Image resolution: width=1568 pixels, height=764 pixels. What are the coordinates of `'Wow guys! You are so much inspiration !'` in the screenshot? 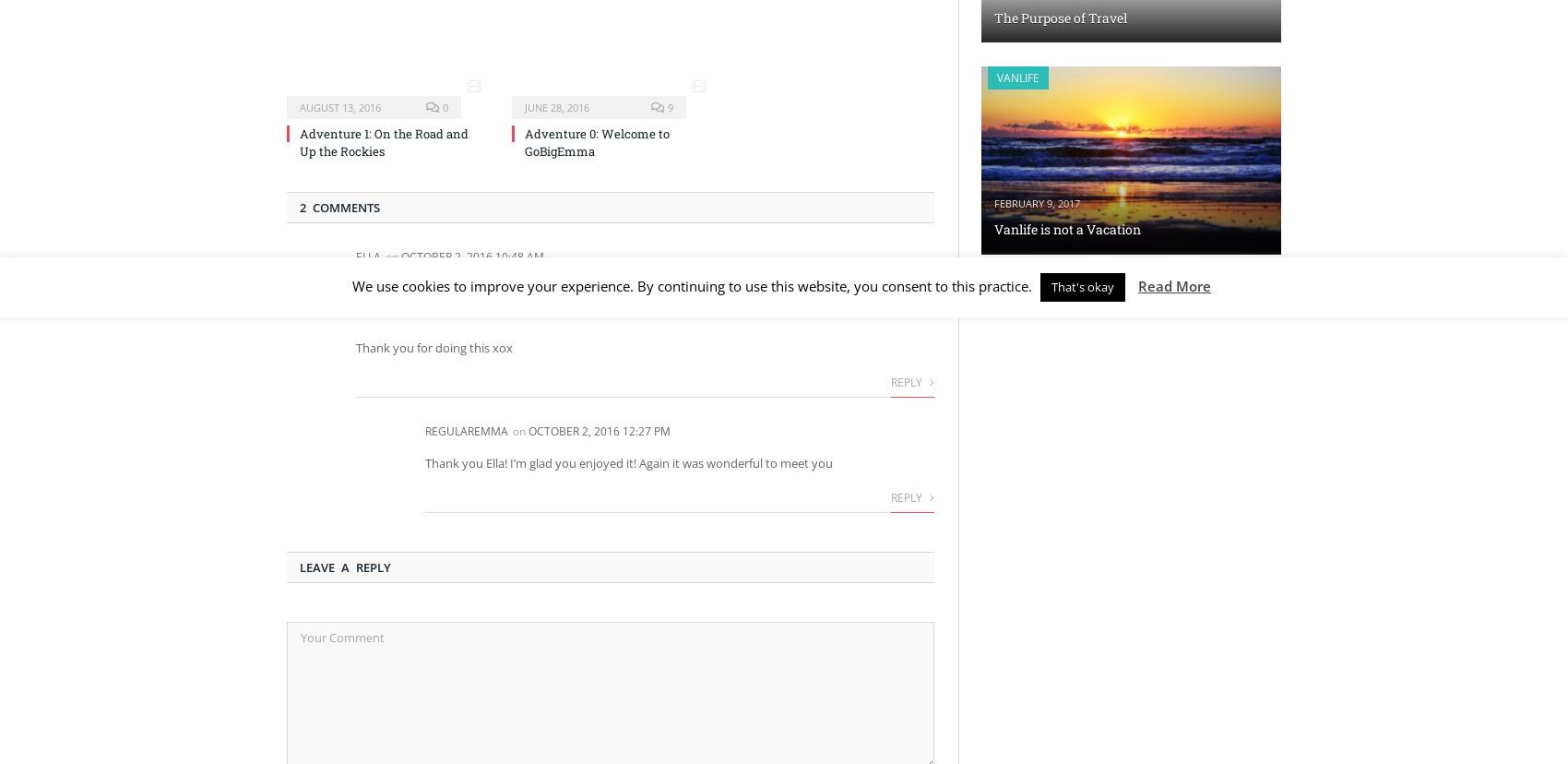 It's located at (355, 286).